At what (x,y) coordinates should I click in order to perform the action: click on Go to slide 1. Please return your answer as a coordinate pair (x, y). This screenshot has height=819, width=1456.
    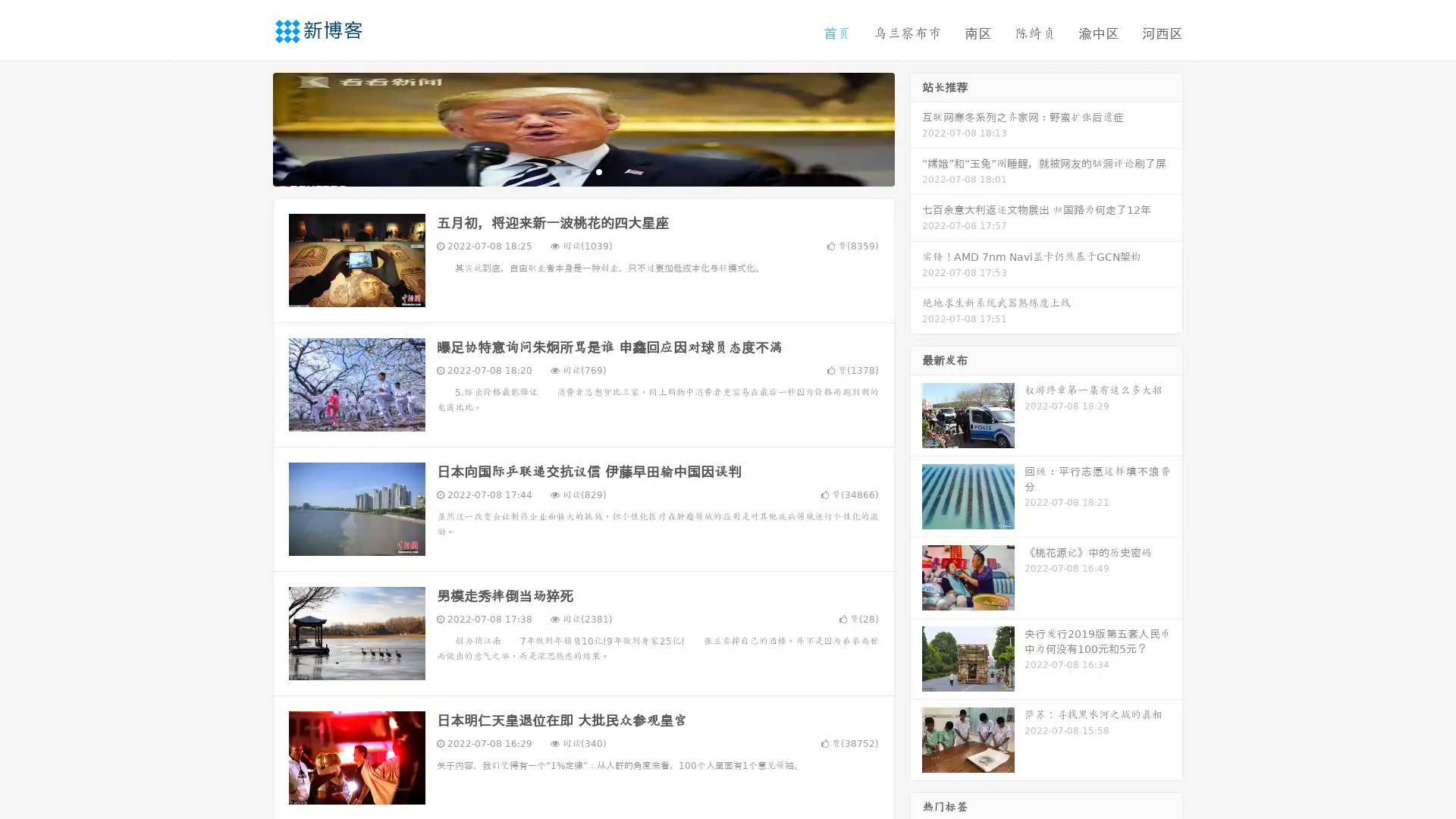
    Looking at the image, I should click on (567, 171).